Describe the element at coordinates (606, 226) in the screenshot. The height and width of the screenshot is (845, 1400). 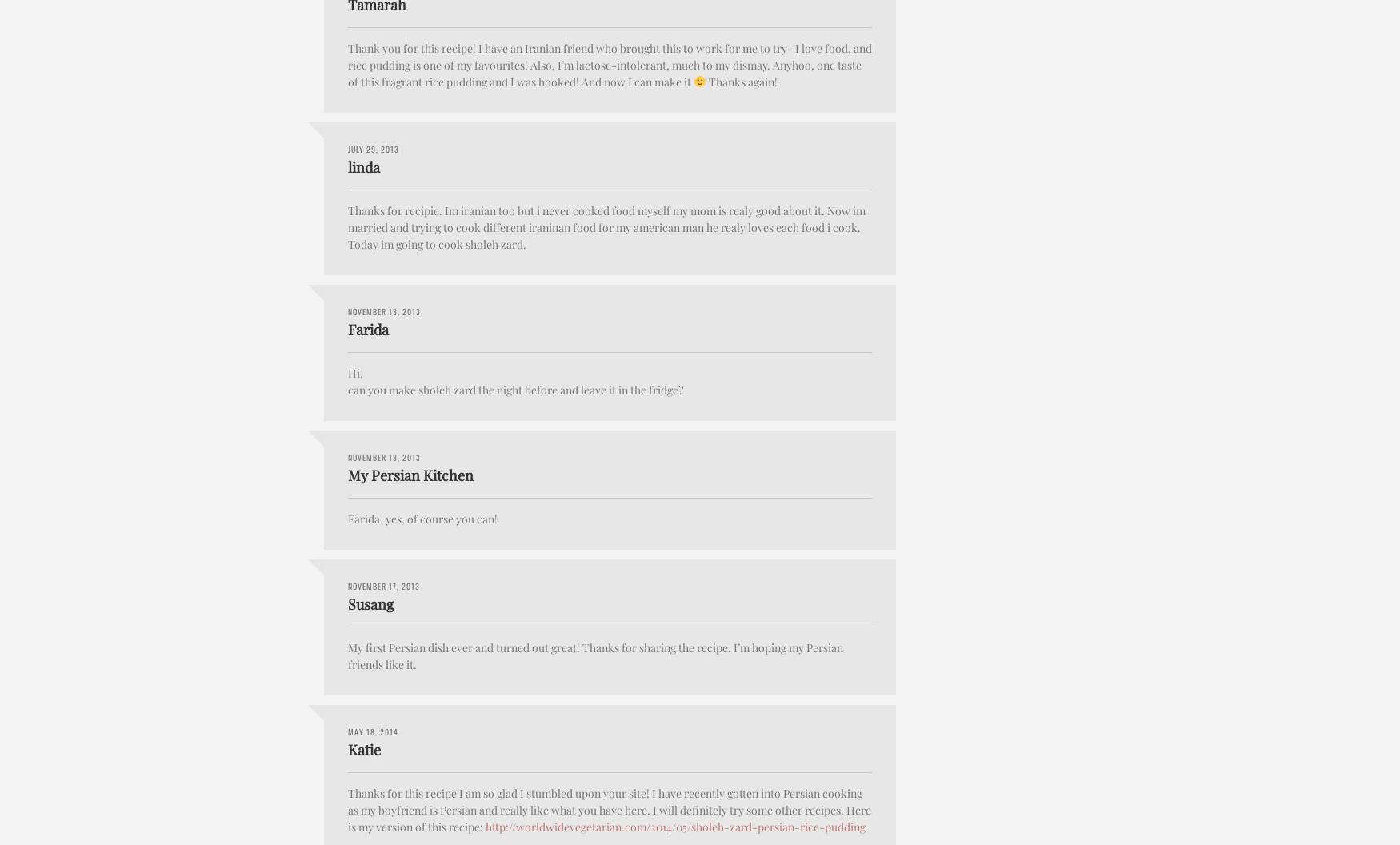
I see `'Thanks for recipie. Im iranian too but i never cooked food myself my mom is realy good about it. Now im married and trying to cook different iraninan food for my american man he realy loves each food i cook. Today im going to cook sholeh zard.'` at that location.